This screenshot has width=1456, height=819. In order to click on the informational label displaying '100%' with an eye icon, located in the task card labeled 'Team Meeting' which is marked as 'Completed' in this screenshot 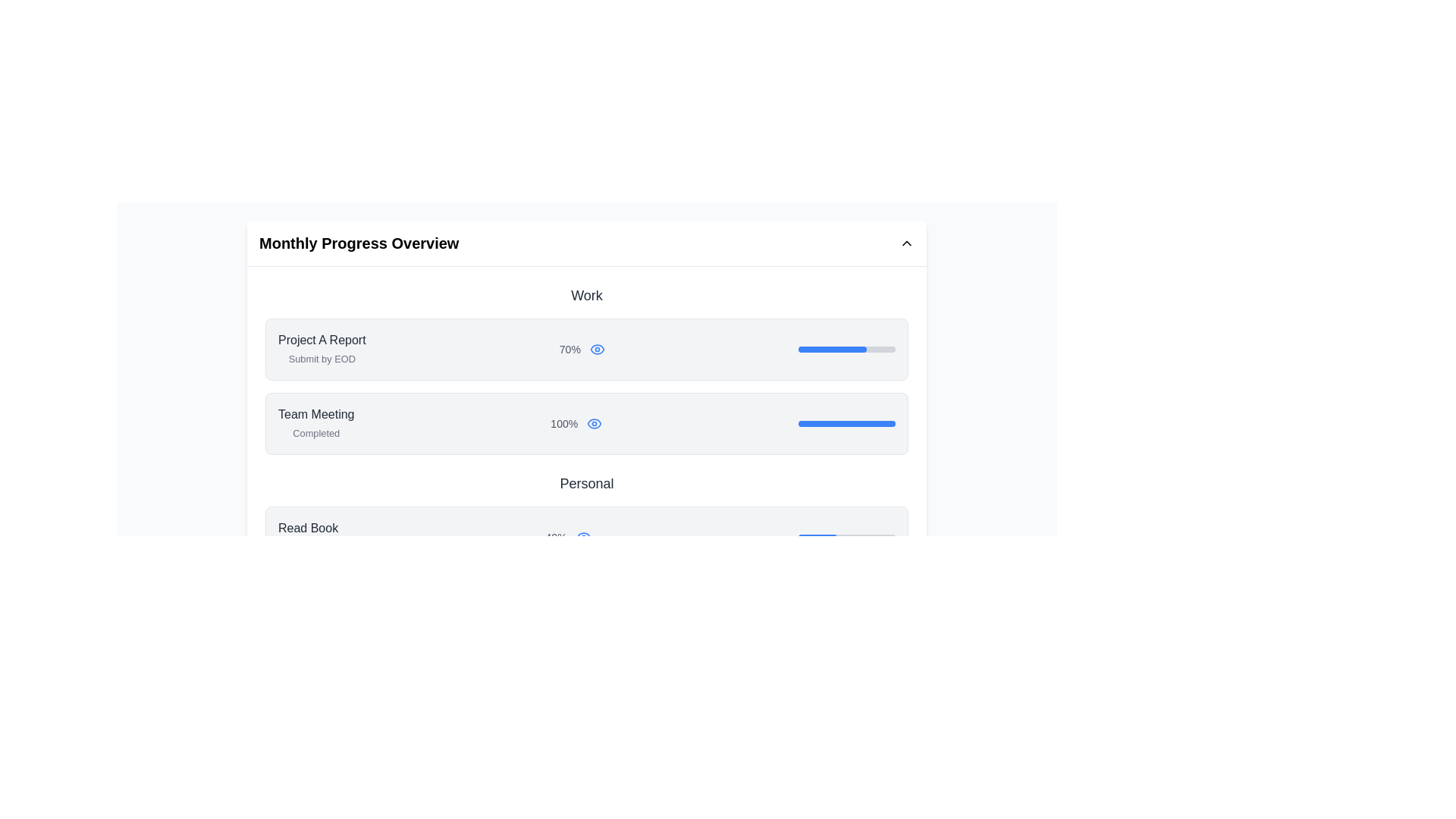, I will do `click(576, 424)`.